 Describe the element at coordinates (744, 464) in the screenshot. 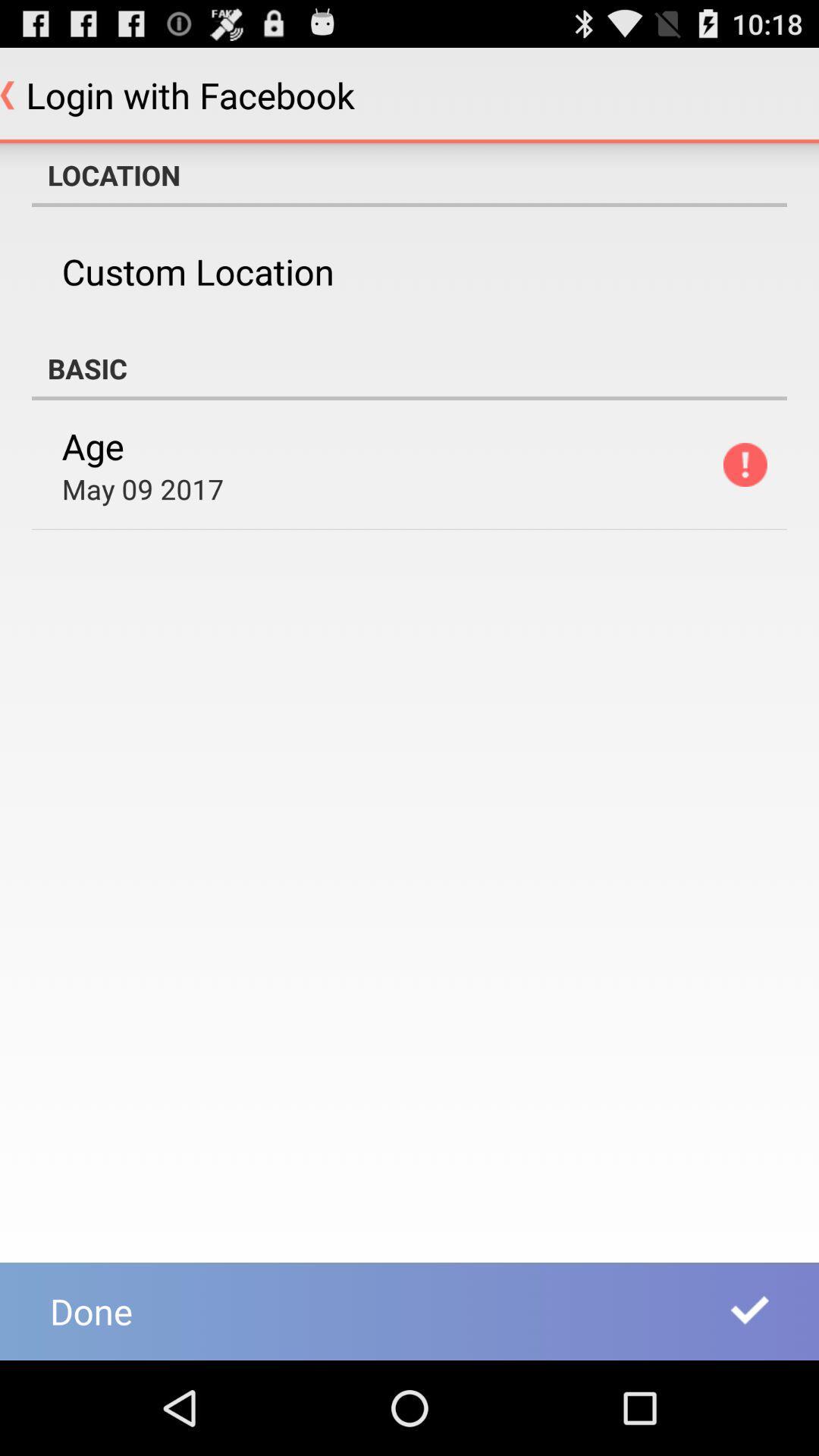

I see `the item to the right of the may 09 2017 app` at that location.